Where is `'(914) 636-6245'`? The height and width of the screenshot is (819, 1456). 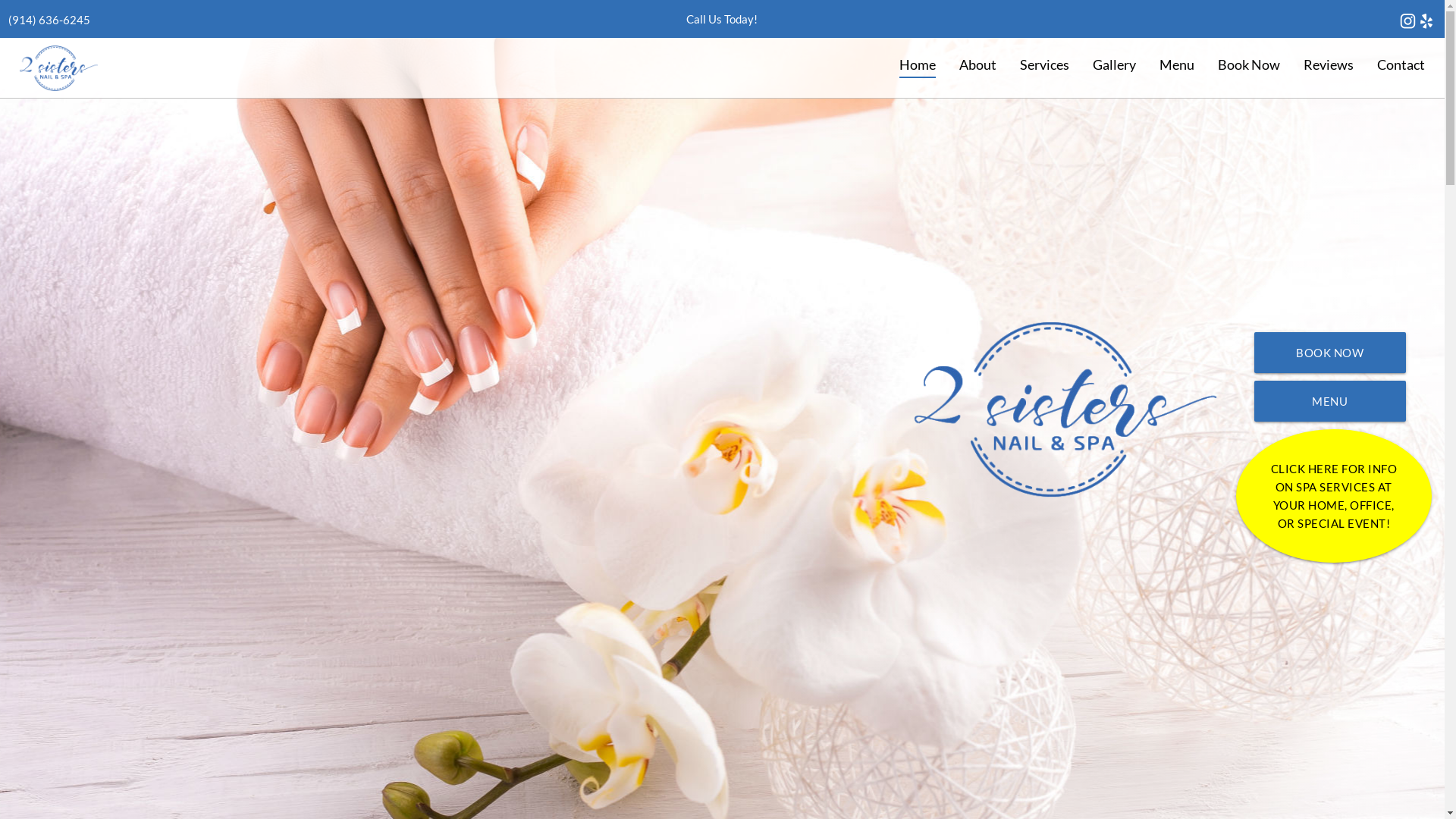
'(914) 636-6245' is located at coordinates (49, 20).